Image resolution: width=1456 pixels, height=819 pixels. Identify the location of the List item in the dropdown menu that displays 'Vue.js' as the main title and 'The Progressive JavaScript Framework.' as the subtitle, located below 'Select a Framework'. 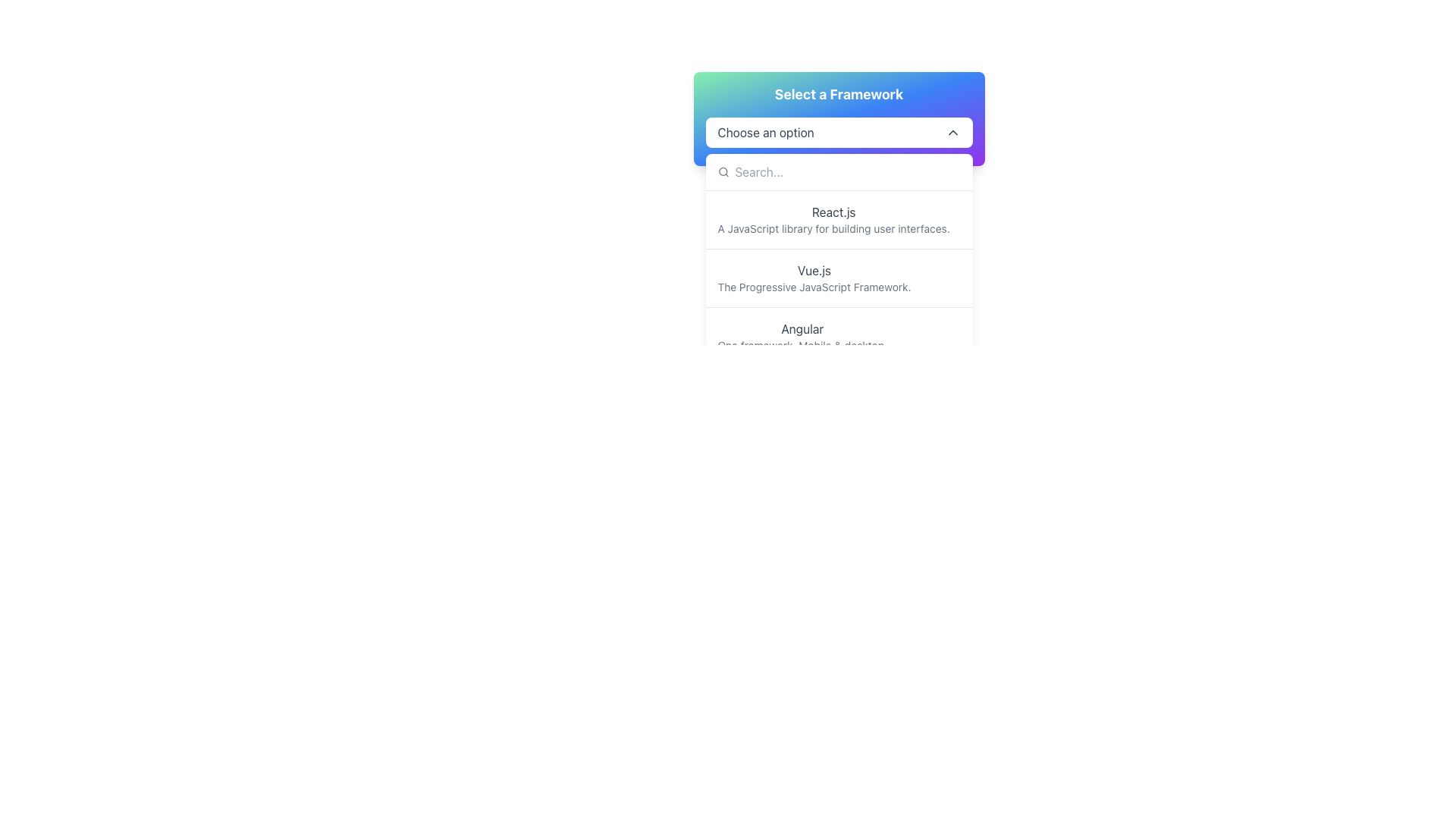
(838, 278).